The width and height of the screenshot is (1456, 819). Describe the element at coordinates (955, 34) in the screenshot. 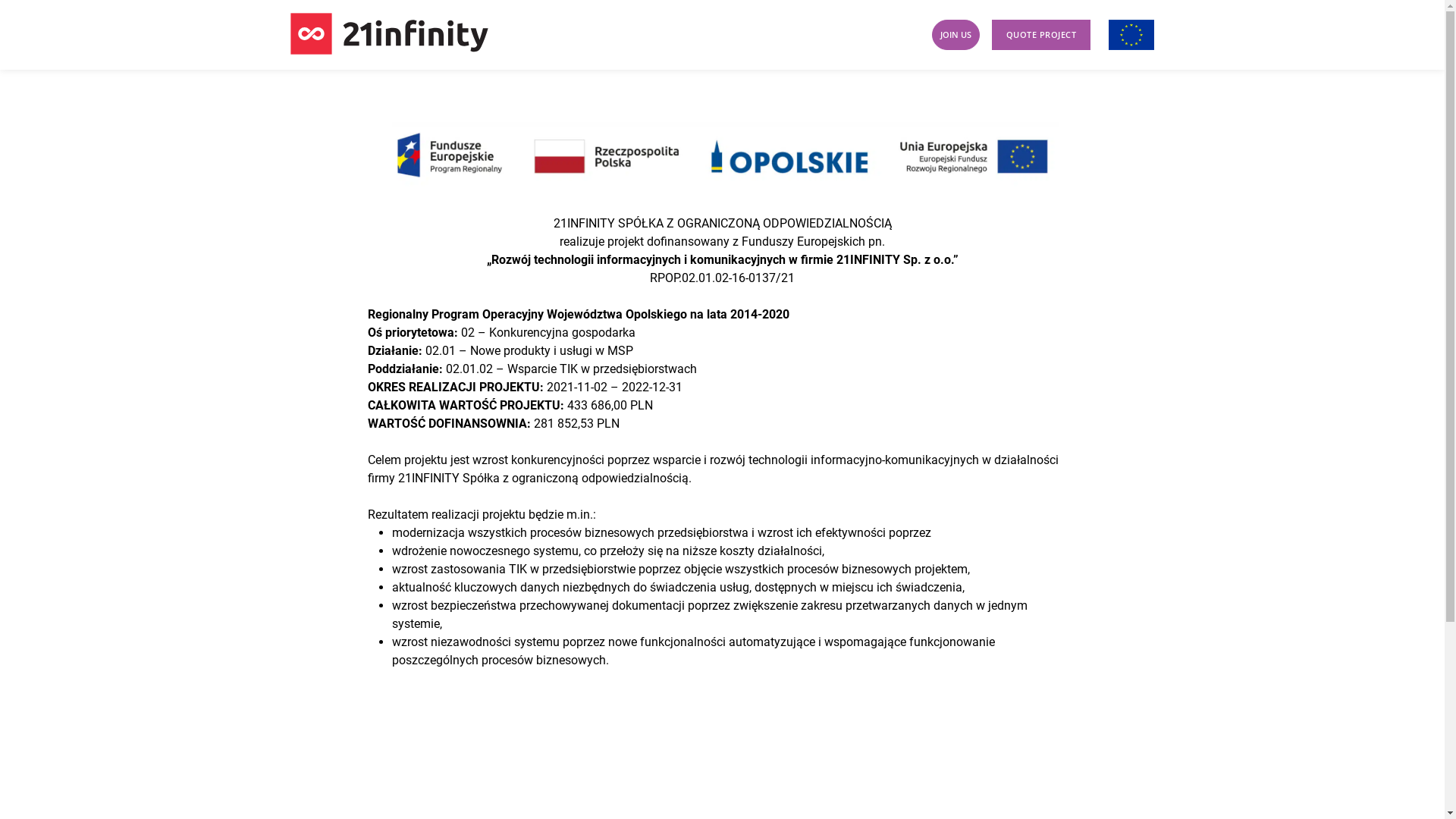

I see `'JOIN US'` at that location.